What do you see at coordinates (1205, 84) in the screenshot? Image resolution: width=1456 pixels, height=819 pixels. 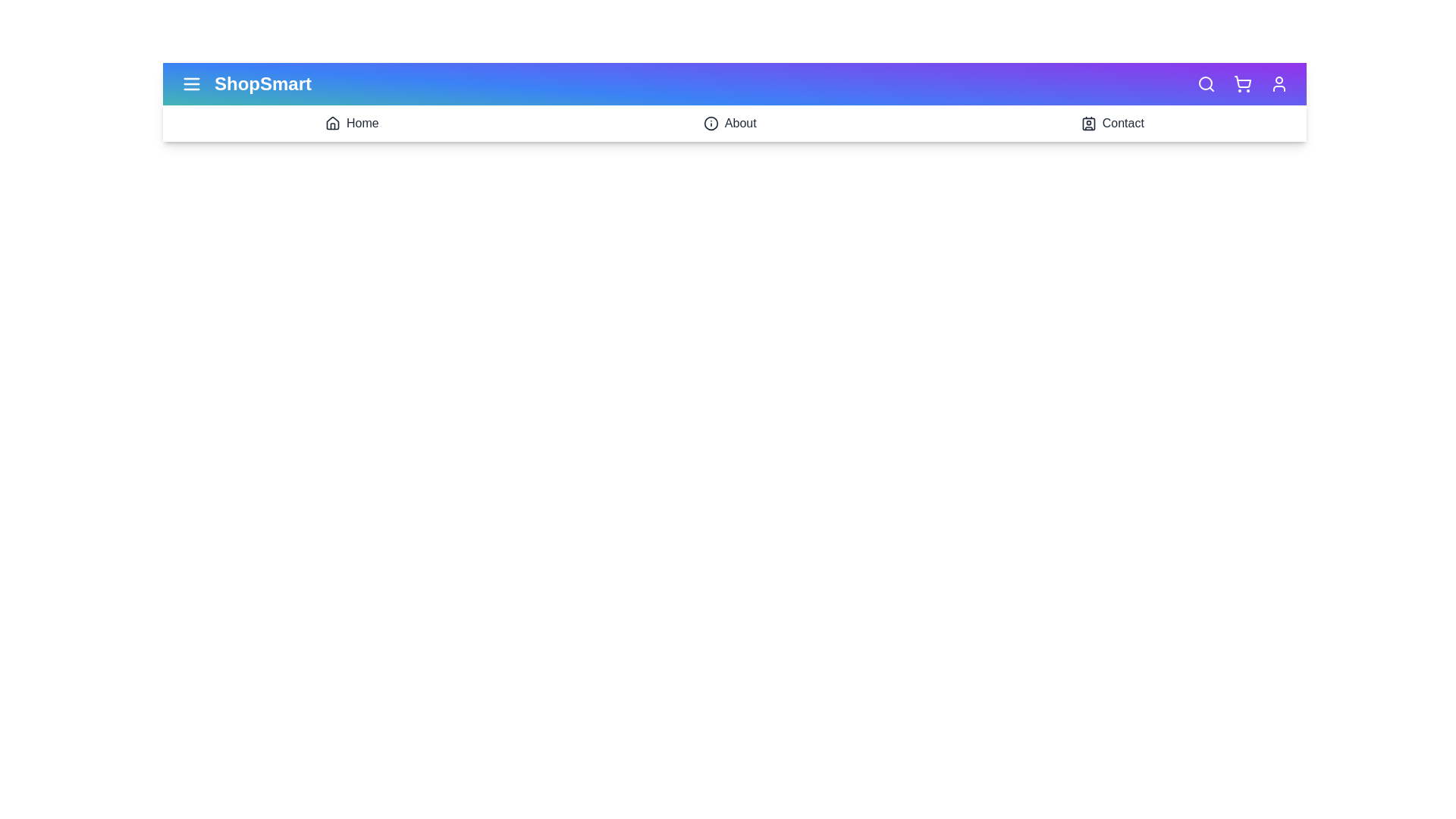 I see `the search icon to initiate the search functionality` at bounding box center [1205, 84].